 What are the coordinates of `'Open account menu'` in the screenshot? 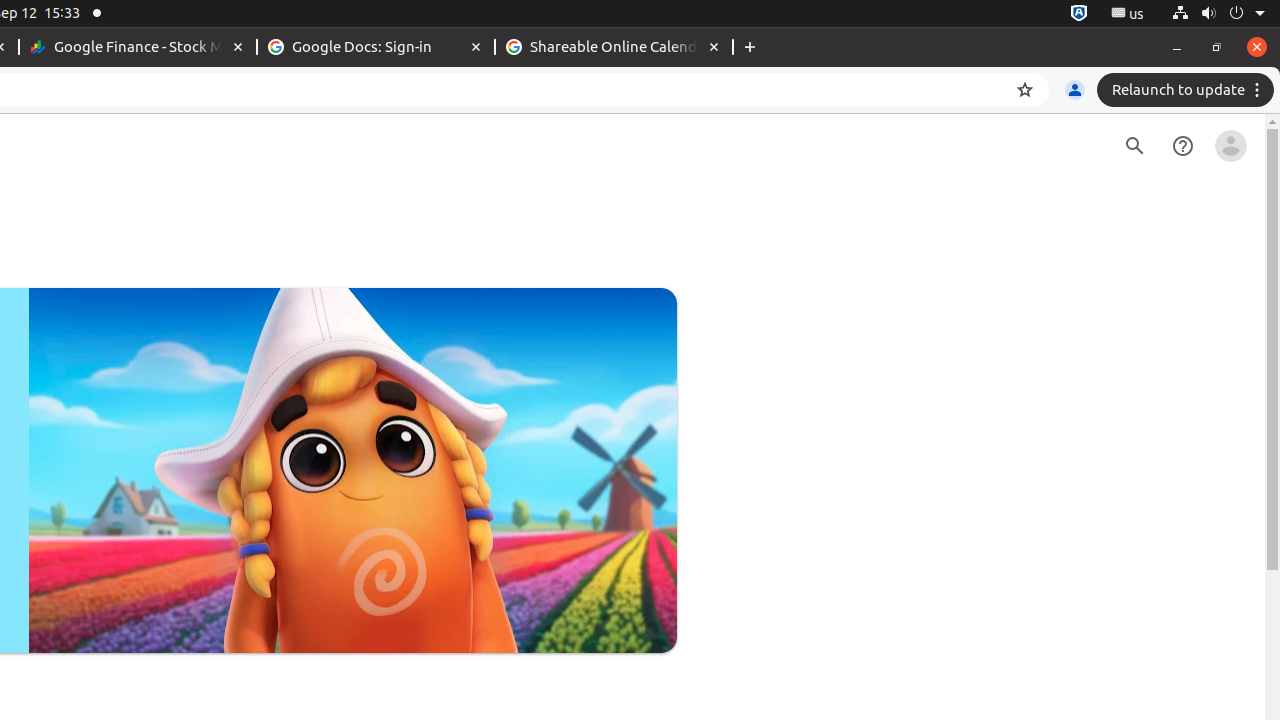 It's located at (1229, 145).